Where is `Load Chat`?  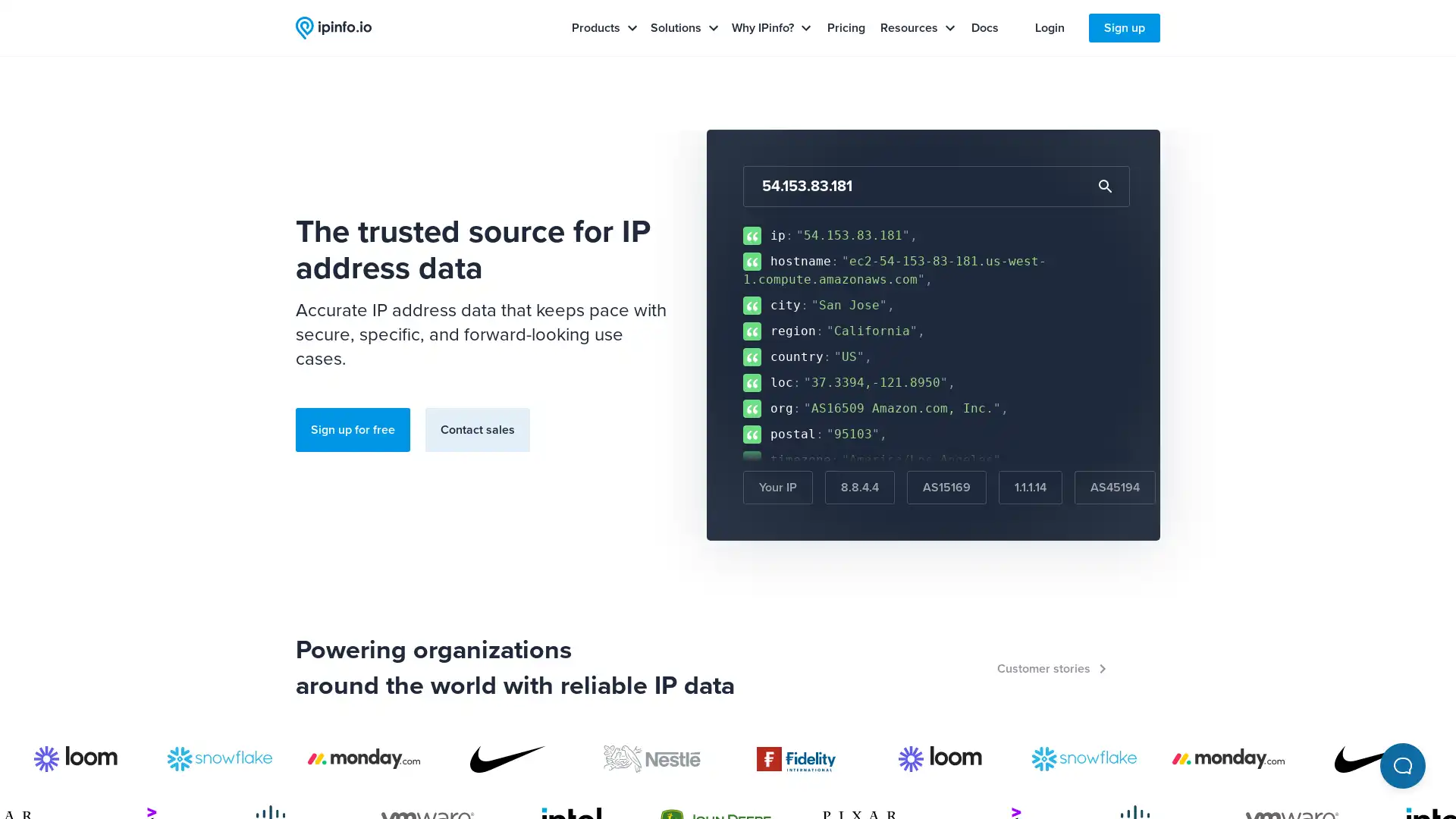
Load Chat is located at coordinates (1401, 766).